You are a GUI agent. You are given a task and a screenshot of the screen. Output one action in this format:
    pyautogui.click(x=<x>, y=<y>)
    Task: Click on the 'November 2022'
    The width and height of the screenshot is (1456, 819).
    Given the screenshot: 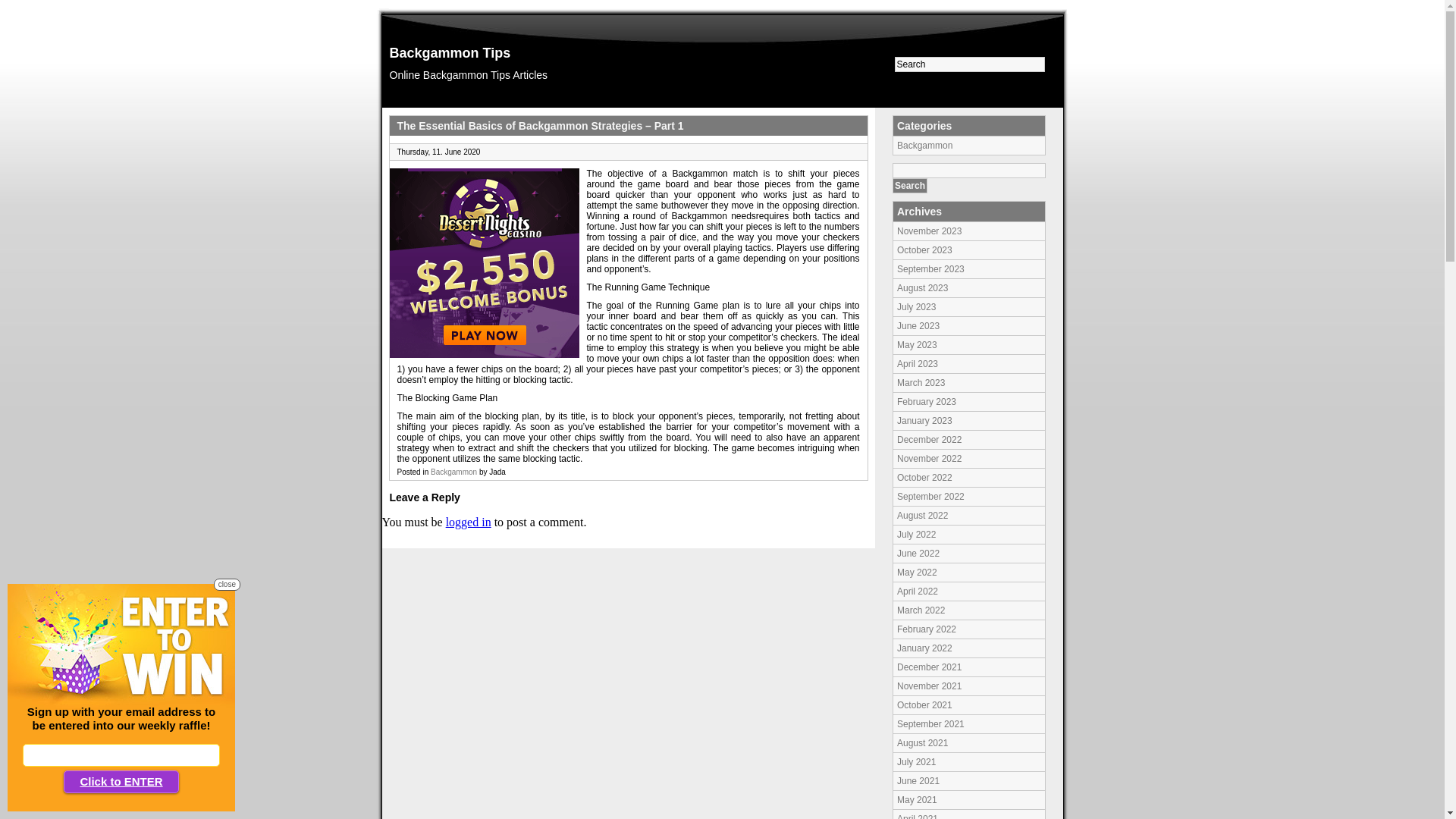 What is the action you would take?
    pyautogui.click(x=896, y=458)
    